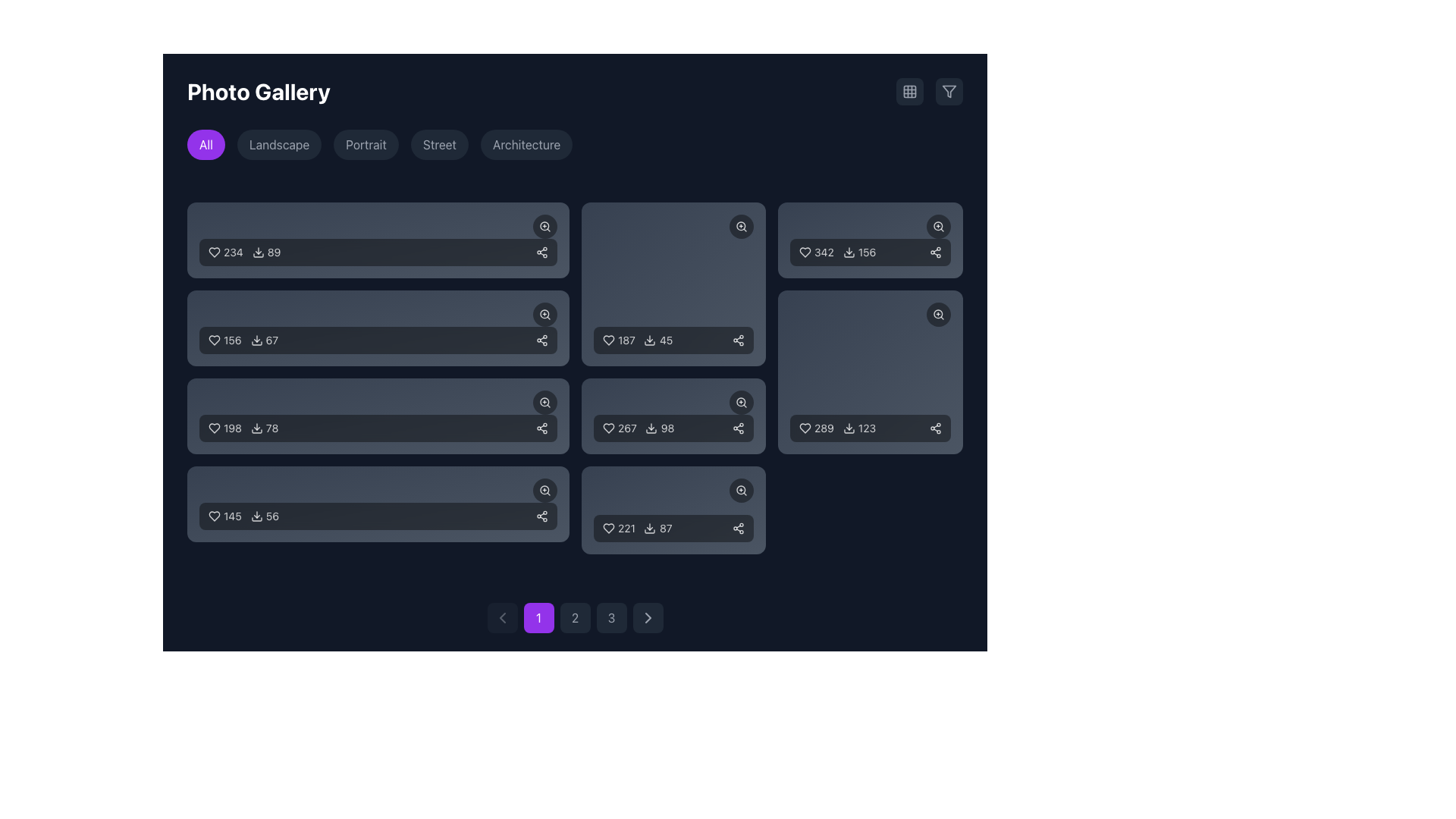 This screenshot has height=819, width=1456. Describe the element at coordinates (544, 314) in the screenshot. I see `the circular zoom button with a magnifying glass icon located at the top-right corner of the second image card in the first column for potential visual feedback` at that location.